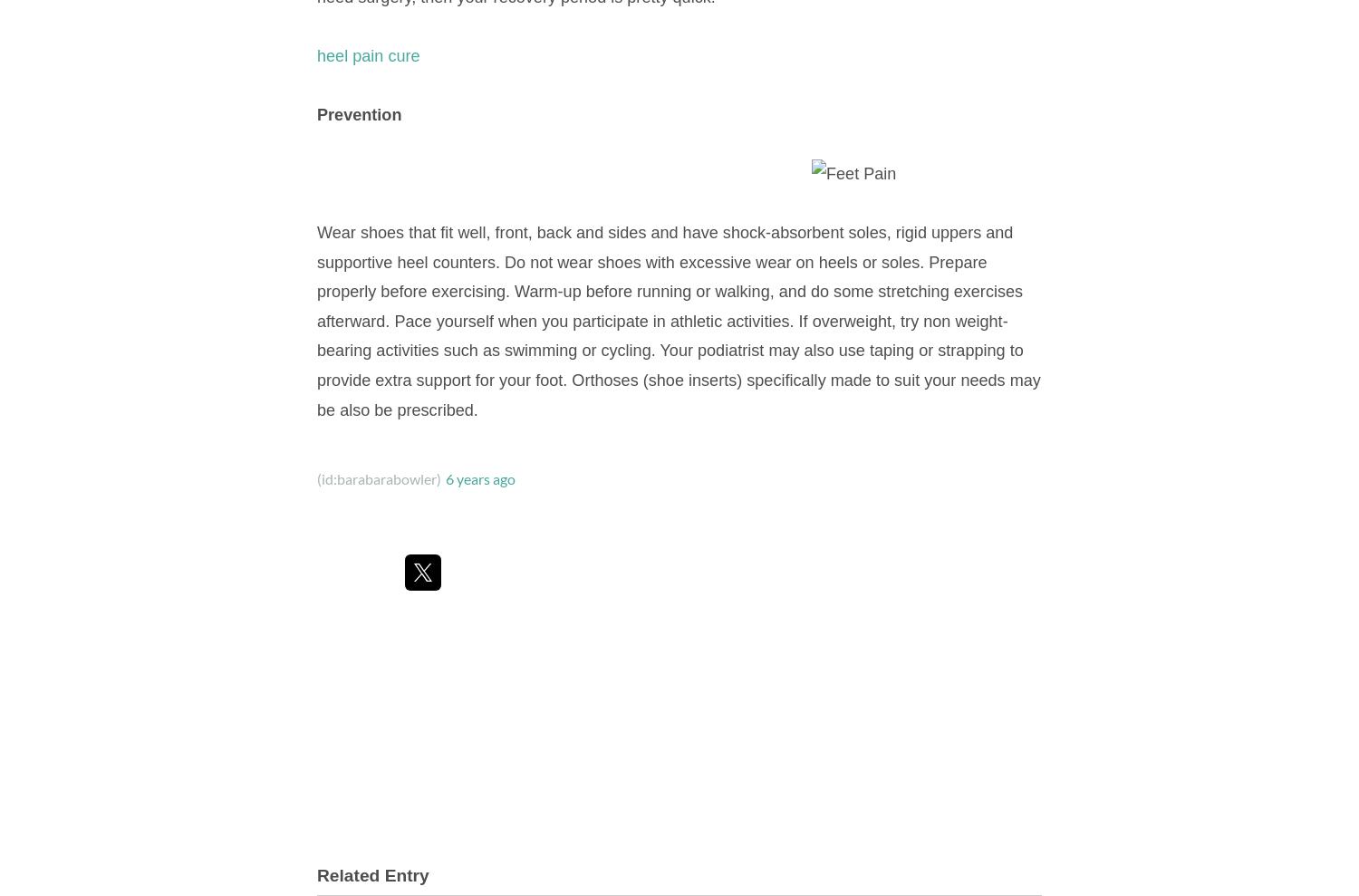  What do you see at coordinates (438, 478) in the screenshot?
I see `')'` at bounding box center [438, 478].